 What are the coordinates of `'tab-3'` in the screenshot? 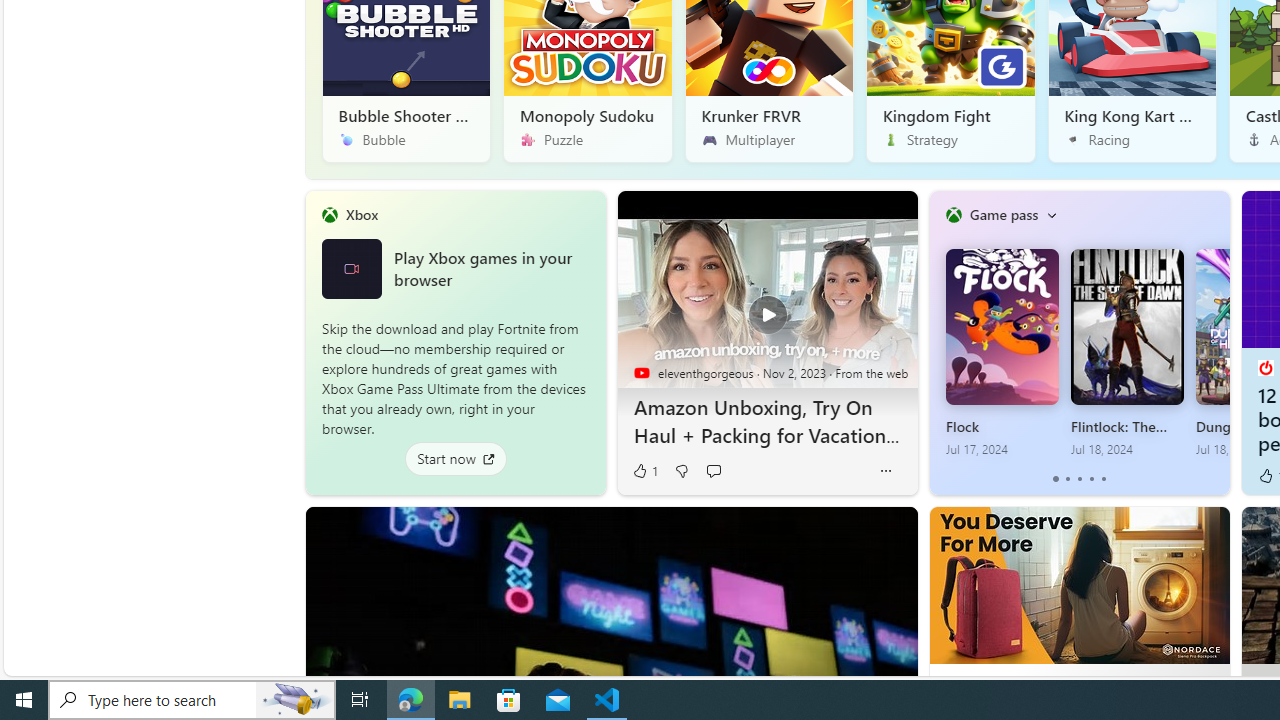 It's located at (1090, 479).